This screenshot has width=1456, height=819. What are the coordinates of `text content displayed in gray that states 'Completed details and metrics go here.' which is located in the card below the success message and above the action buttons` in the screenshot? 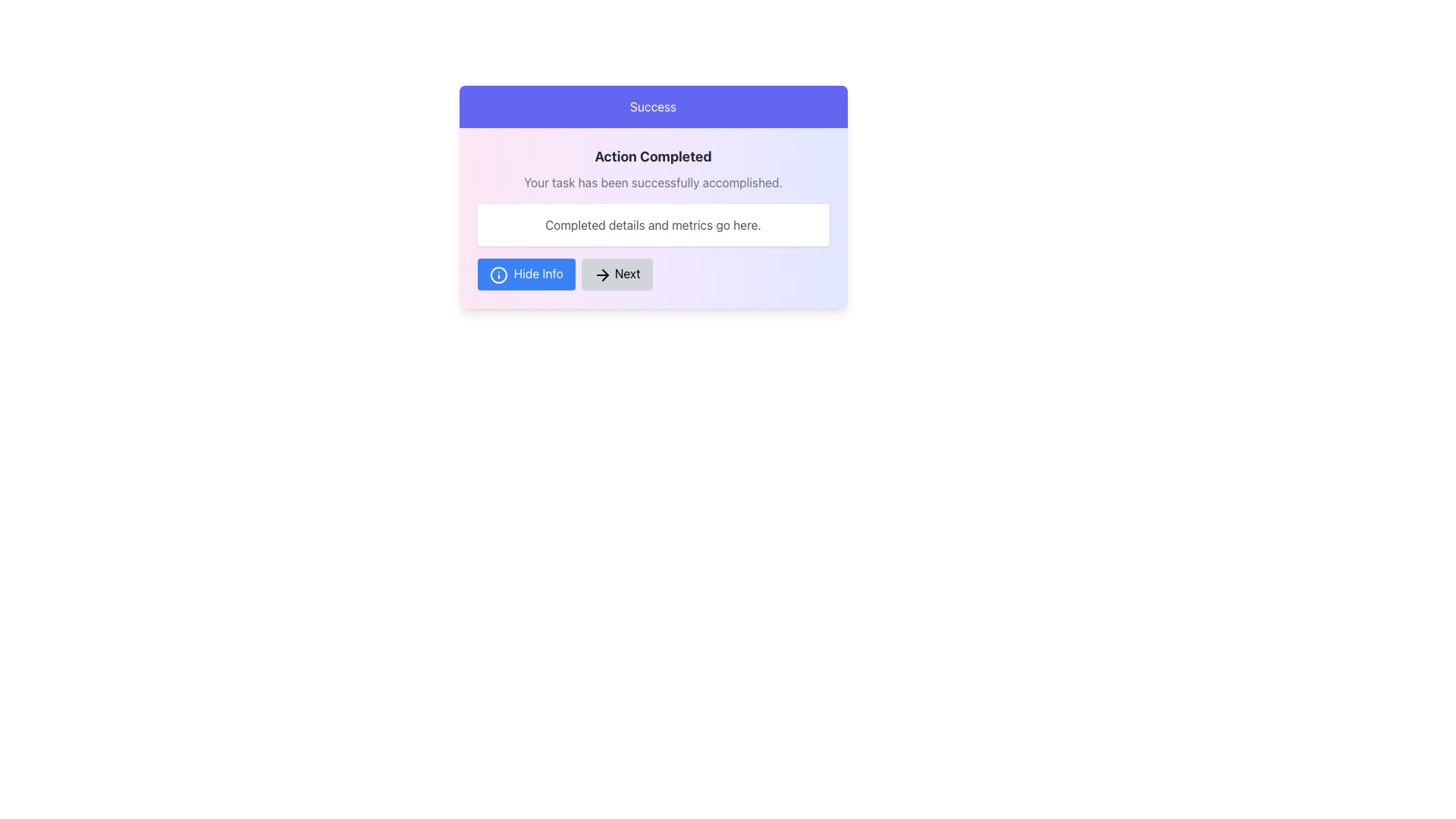 It's located at (653, 225).